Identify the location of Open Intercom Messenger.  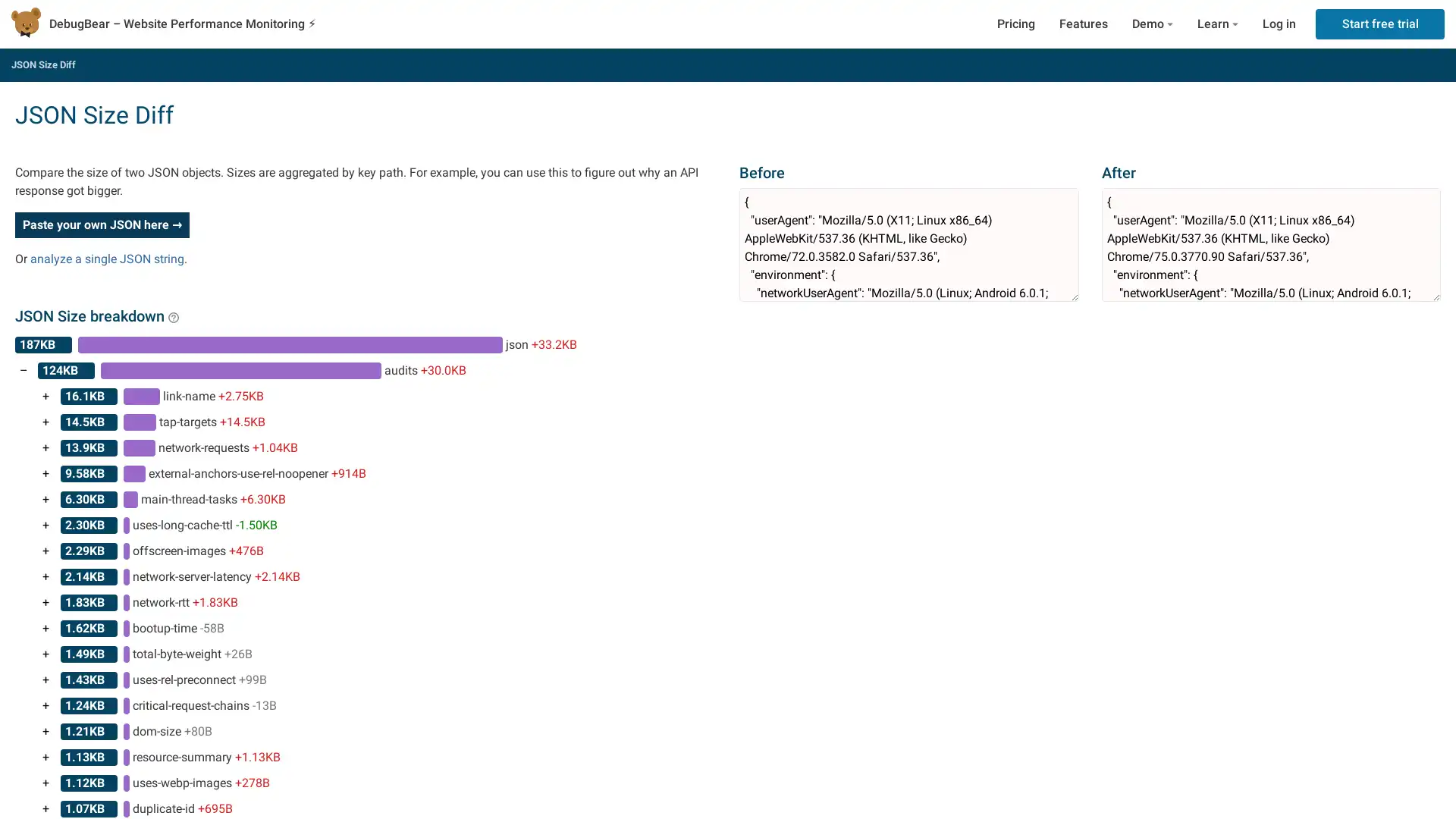
(1417, 780).